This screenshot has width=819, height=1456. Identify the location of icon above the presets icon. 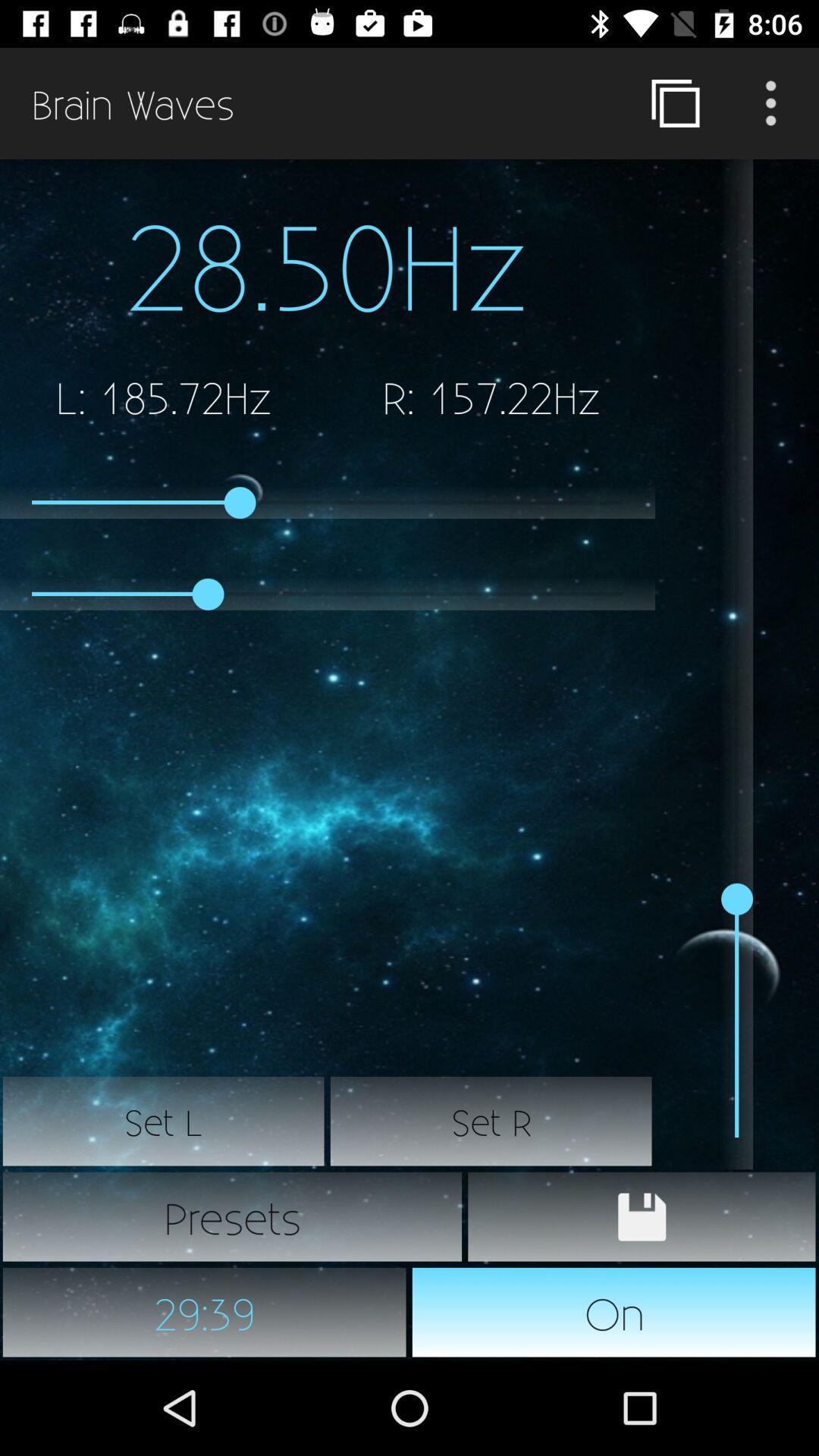
(164, 1121).